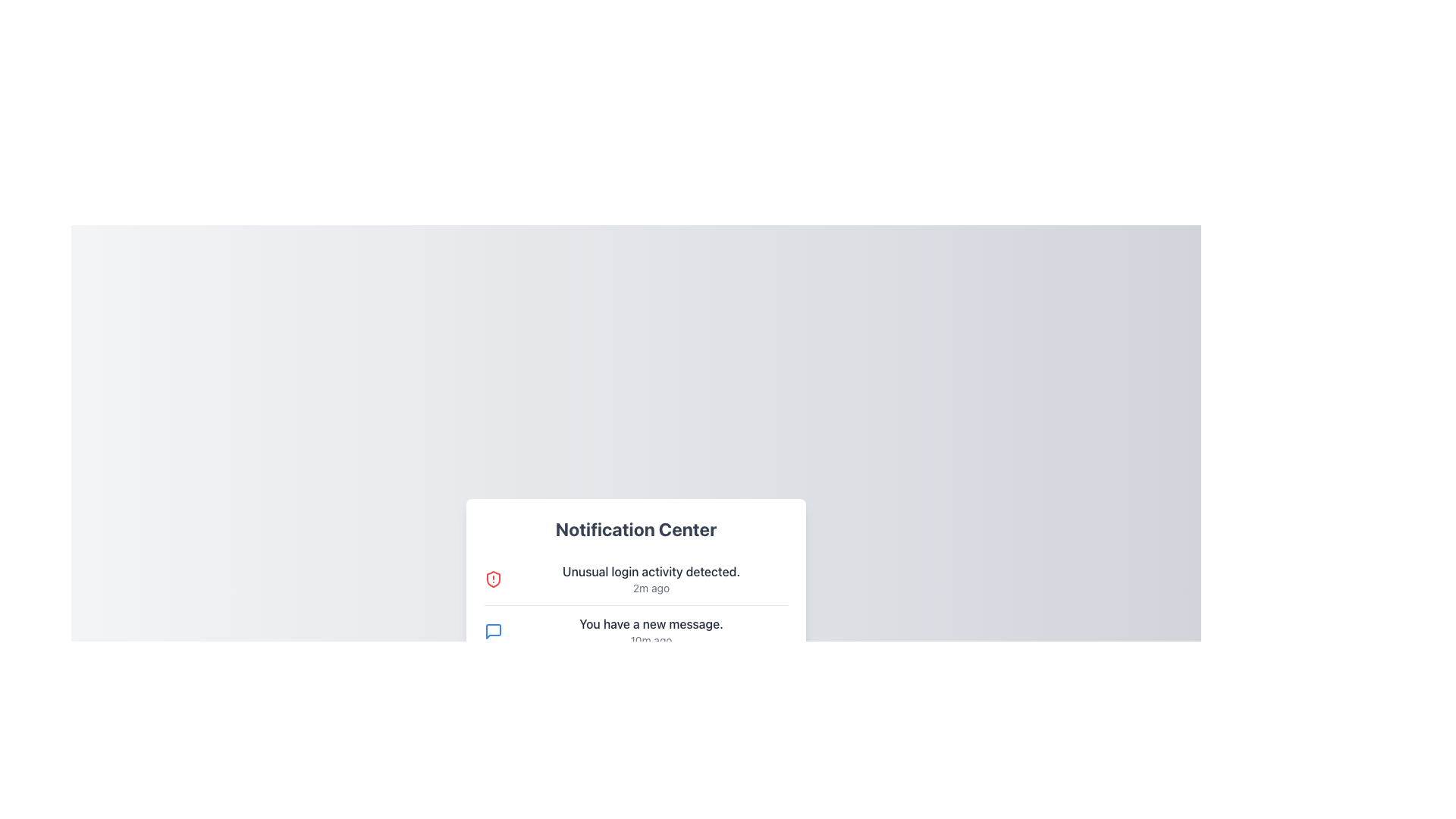 This screenshot has height=819, width=1456. What do you see at coordinates (494, 632) in the screenshot?
I see `the minimalistic blue outlined speech bubble icon located in the Notification Center, which is positioned second in the list next to the text 'You have a new message.'` at bounding box center [494, 632].